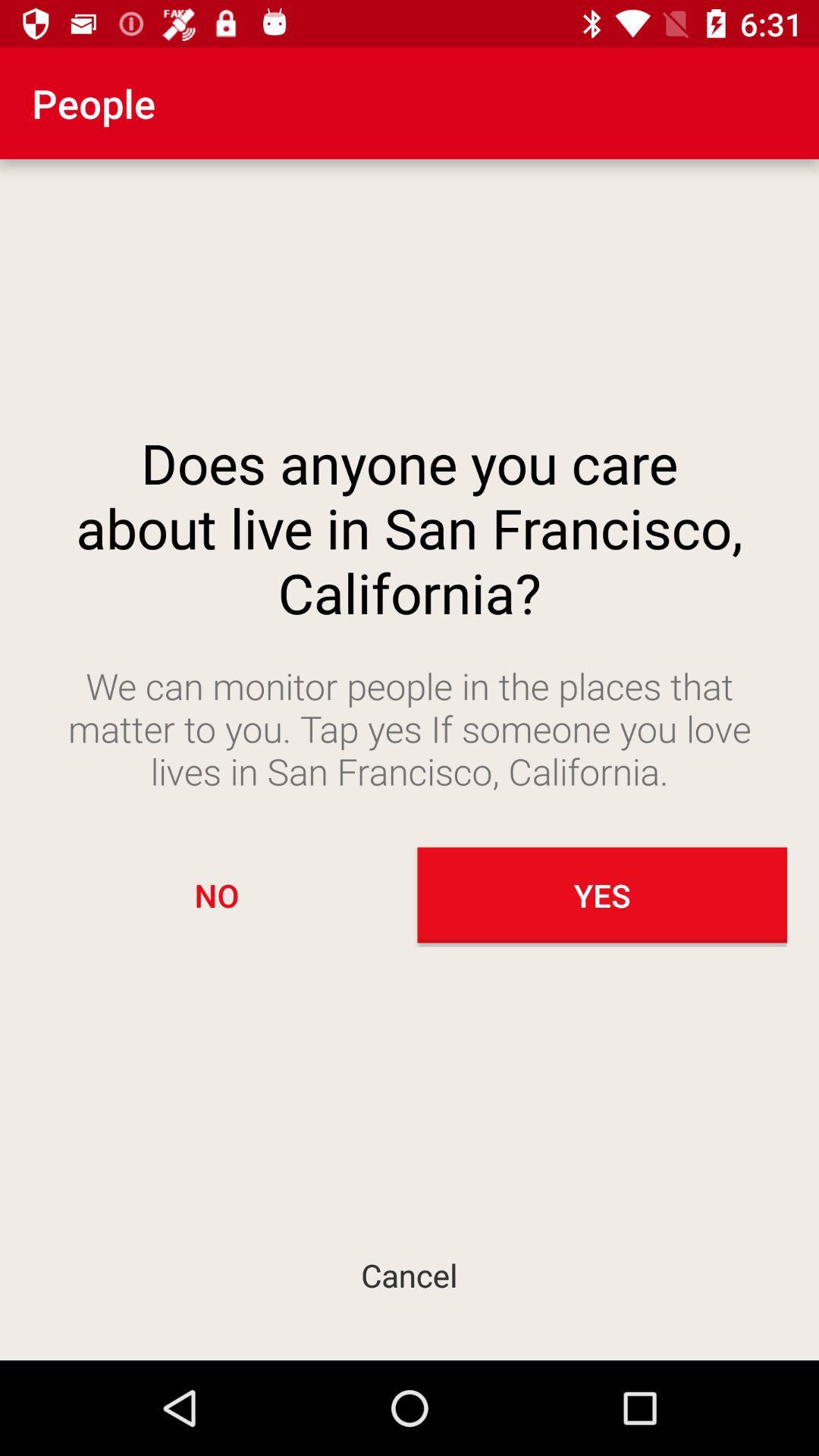  What do you see at coordinates (216, 895) in the screenshot?
I see `the no` at bounding box center [216, 895].